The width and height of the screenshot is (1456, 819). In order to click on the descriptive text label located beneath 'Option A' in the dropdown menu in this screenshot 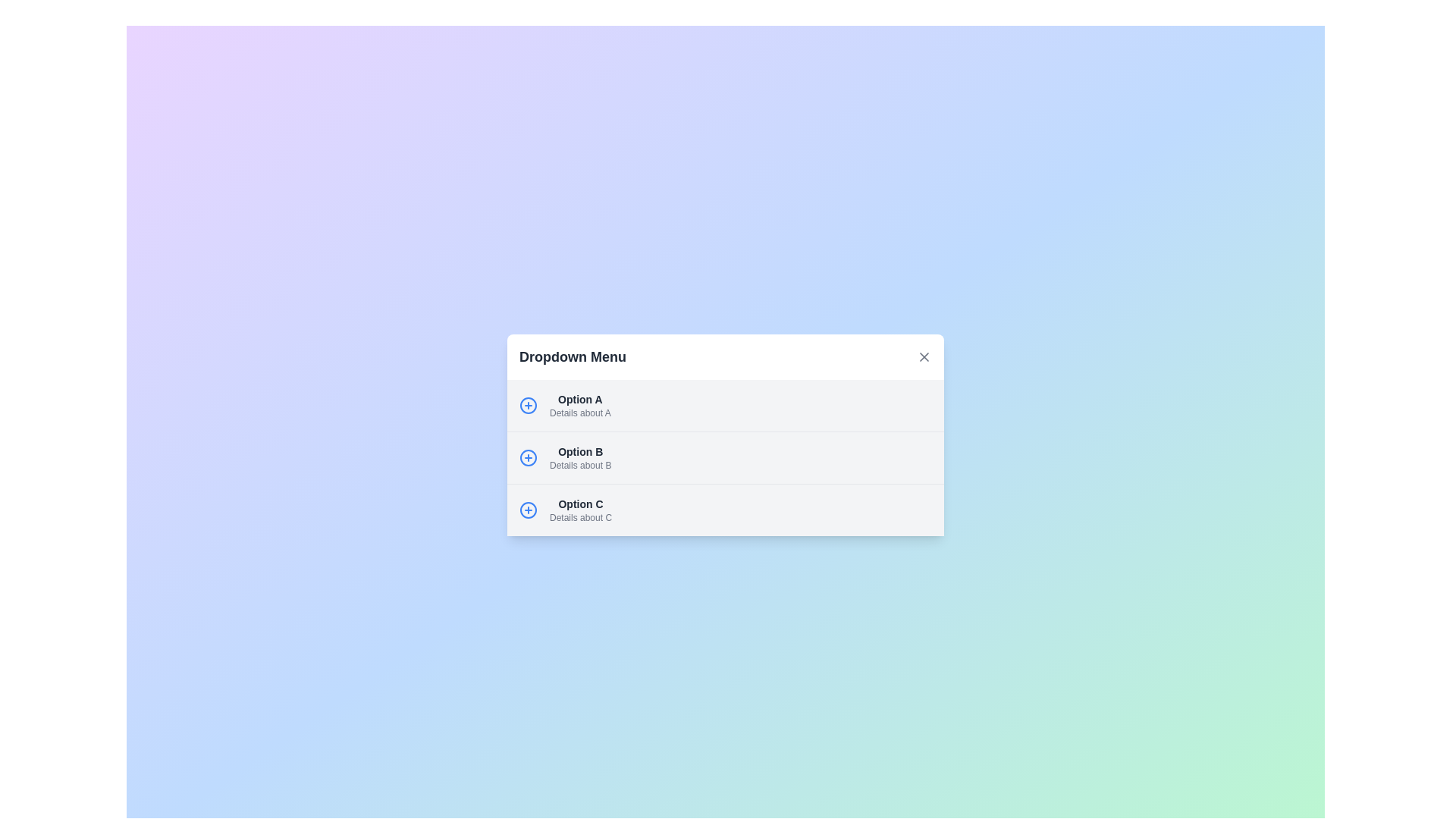, I will do `click(579, 413)`.